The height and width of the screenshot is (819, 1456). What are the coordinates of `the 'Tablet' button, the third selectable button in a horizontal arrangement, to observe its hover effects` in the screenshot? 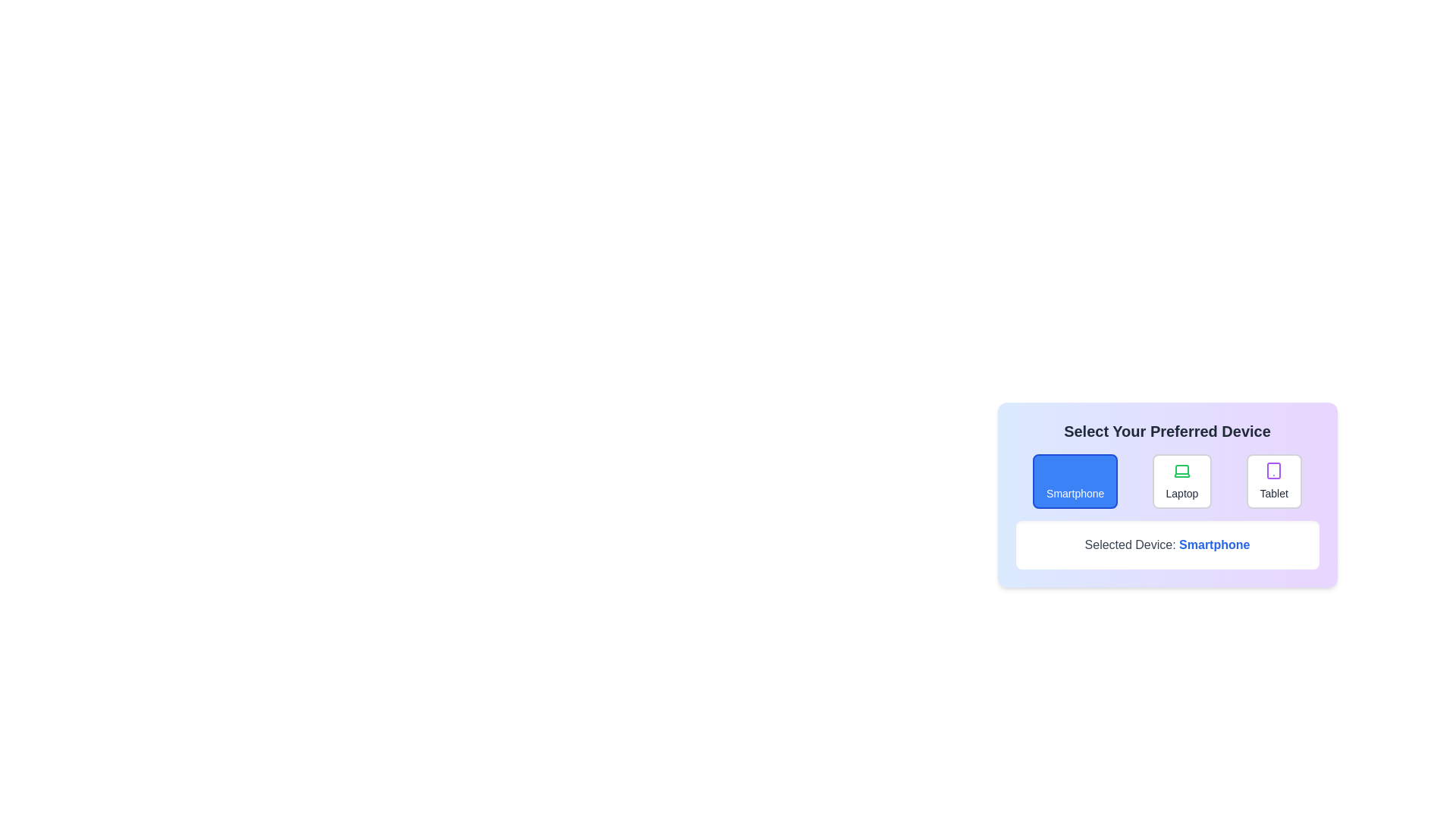 It's located at (1274, 482).